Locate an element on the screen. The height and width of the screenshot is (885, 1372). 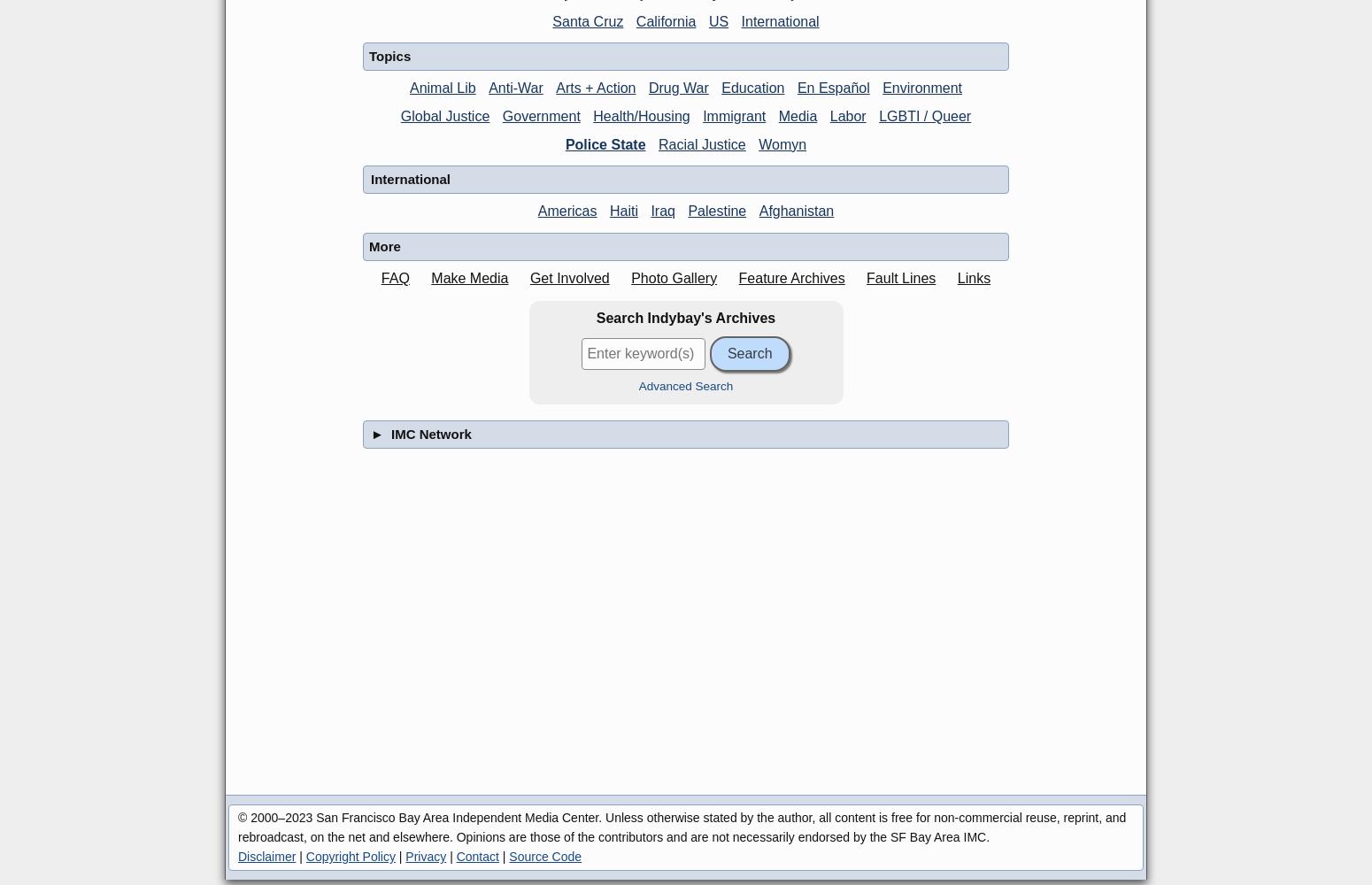
'Search Indybay's Archives' is located at coordinates (685, 317).